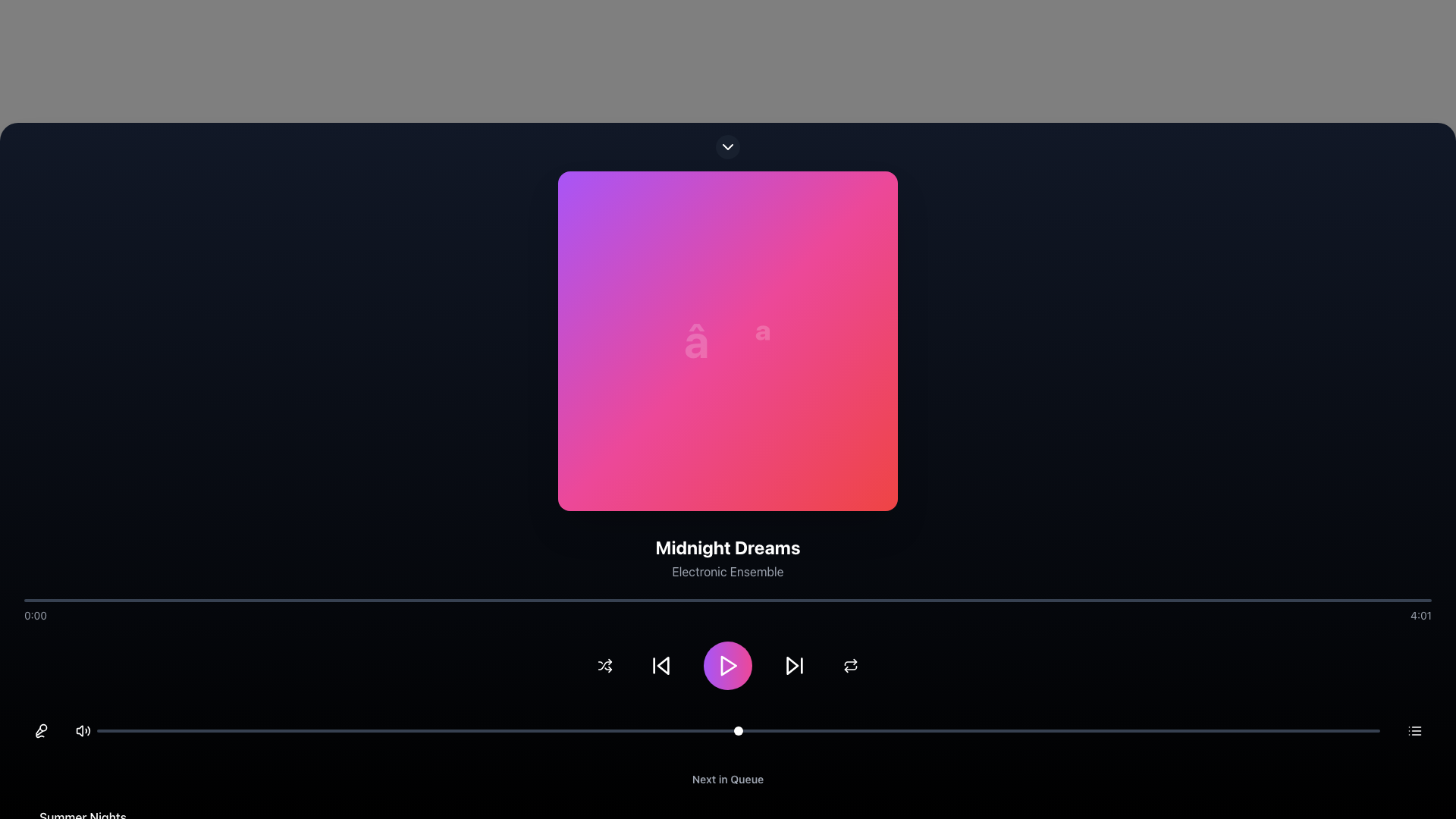 The width and height of the screenshot is (1456, 819). What do you see at coordinates (854, 730) in the screenshot?
I see `the timeline position` at bounding box center [854, 730].